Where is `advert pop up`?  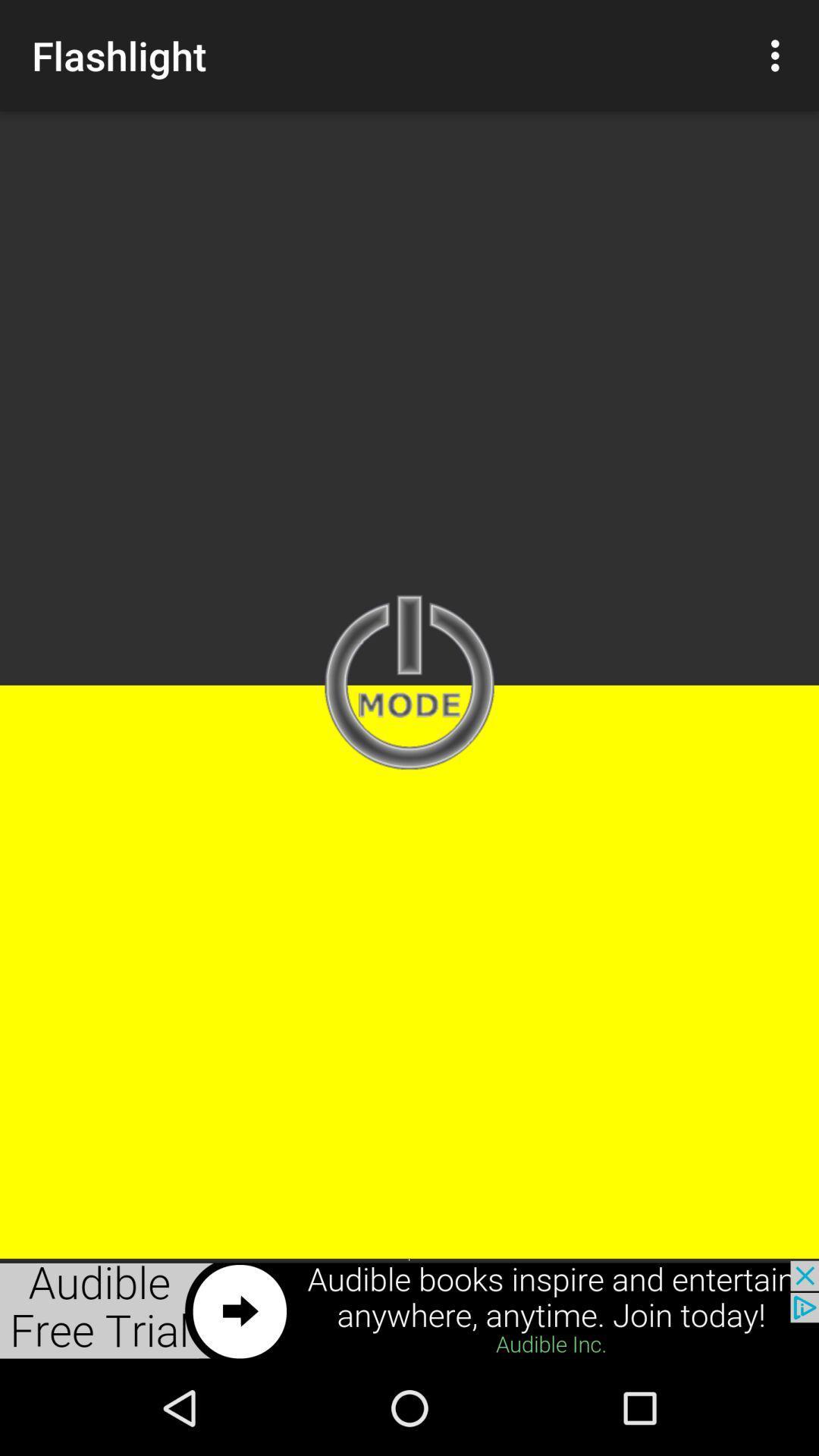
advert pop up is located at coordinates (409, 1310).